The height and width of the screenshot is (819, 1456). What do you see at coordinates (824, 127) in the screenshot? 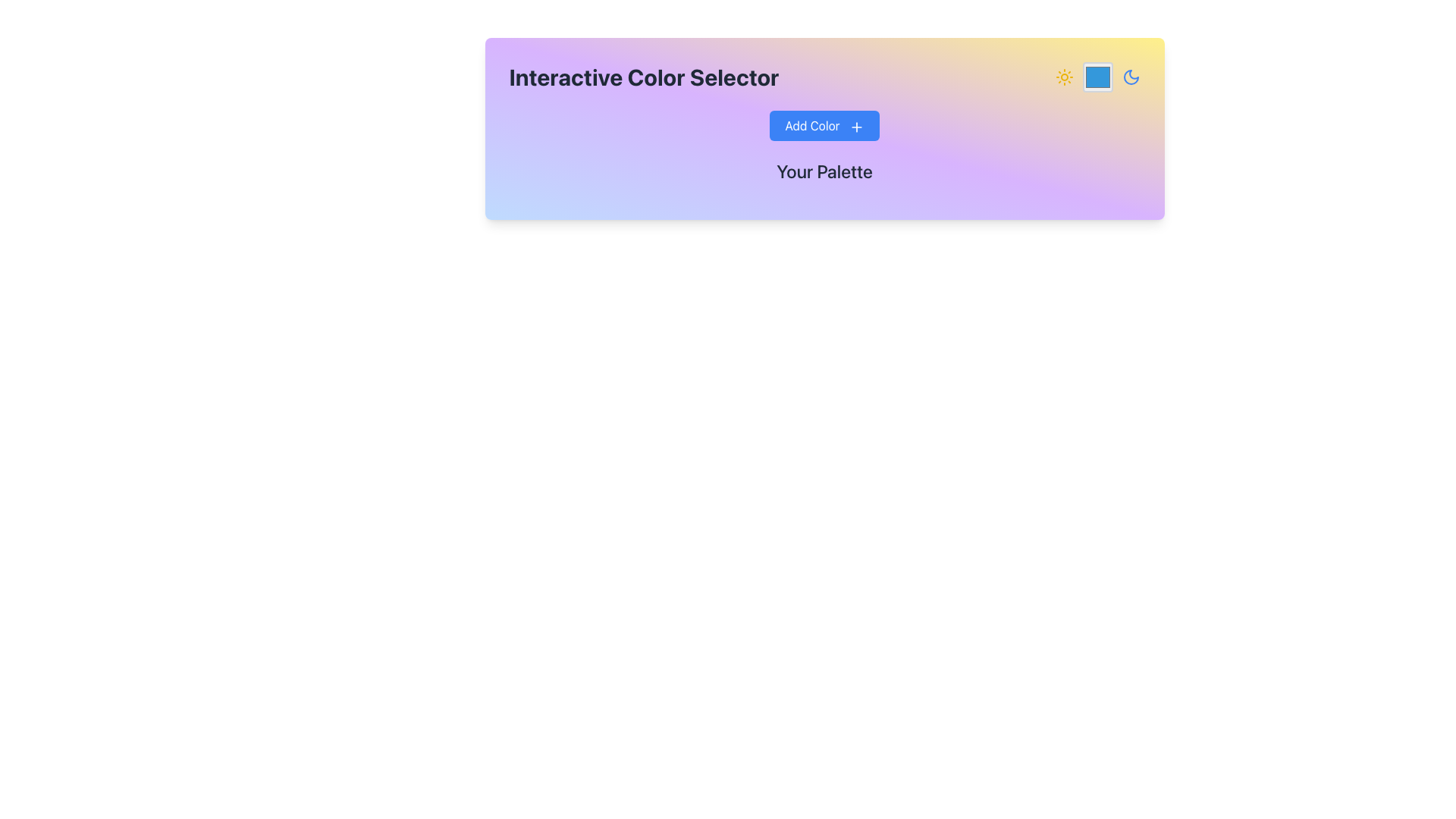
I see `the header section of the color management interface, which has a gradient background and contains buttons and icons` at bounding box center [824, 127].